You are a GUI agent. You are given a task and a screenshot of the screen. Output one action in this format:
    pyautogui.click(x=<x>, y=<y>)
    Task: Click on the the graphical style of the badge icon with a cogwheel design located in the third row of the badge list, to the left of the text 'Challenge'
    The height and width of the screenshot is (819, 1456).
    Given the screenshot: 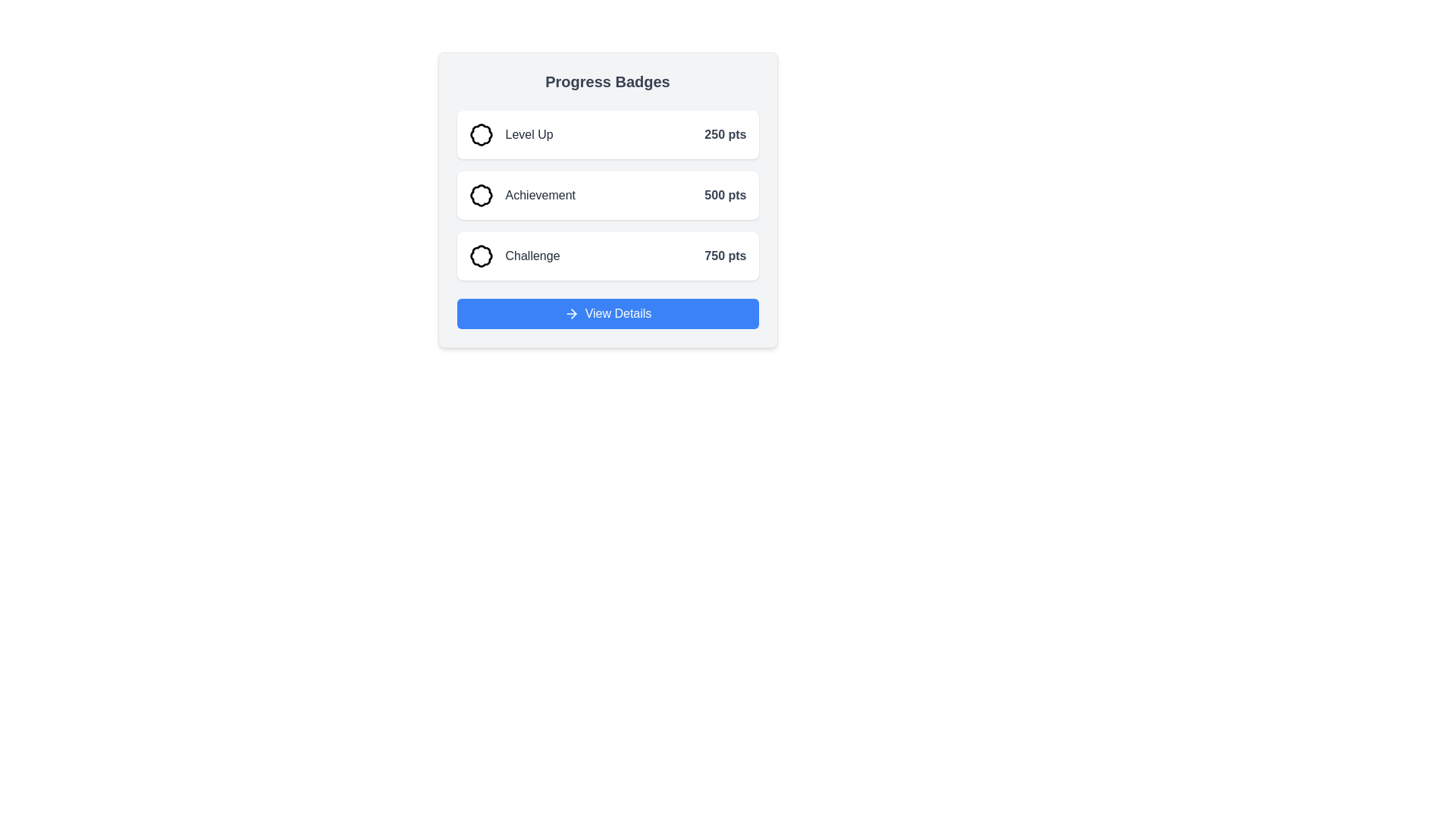 What is the action you would take?
    pyautogui.click(x=480, y=256)
    